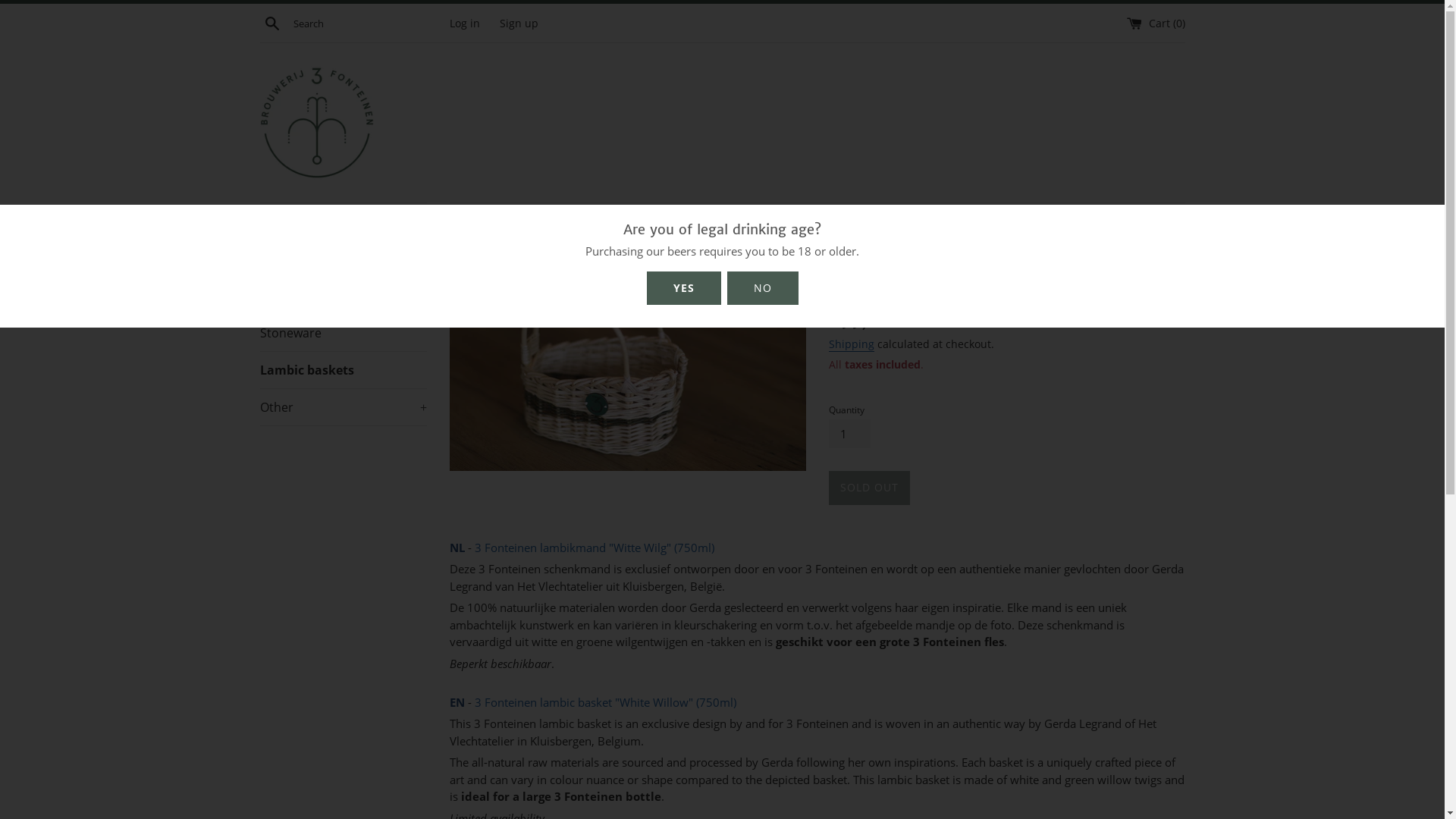 Image resolution: width=1456 pixels, height=819 pixels. Describe the element at coordinates (868, 488) in the screenshot. I see `'SOLD OUT'` at that location.